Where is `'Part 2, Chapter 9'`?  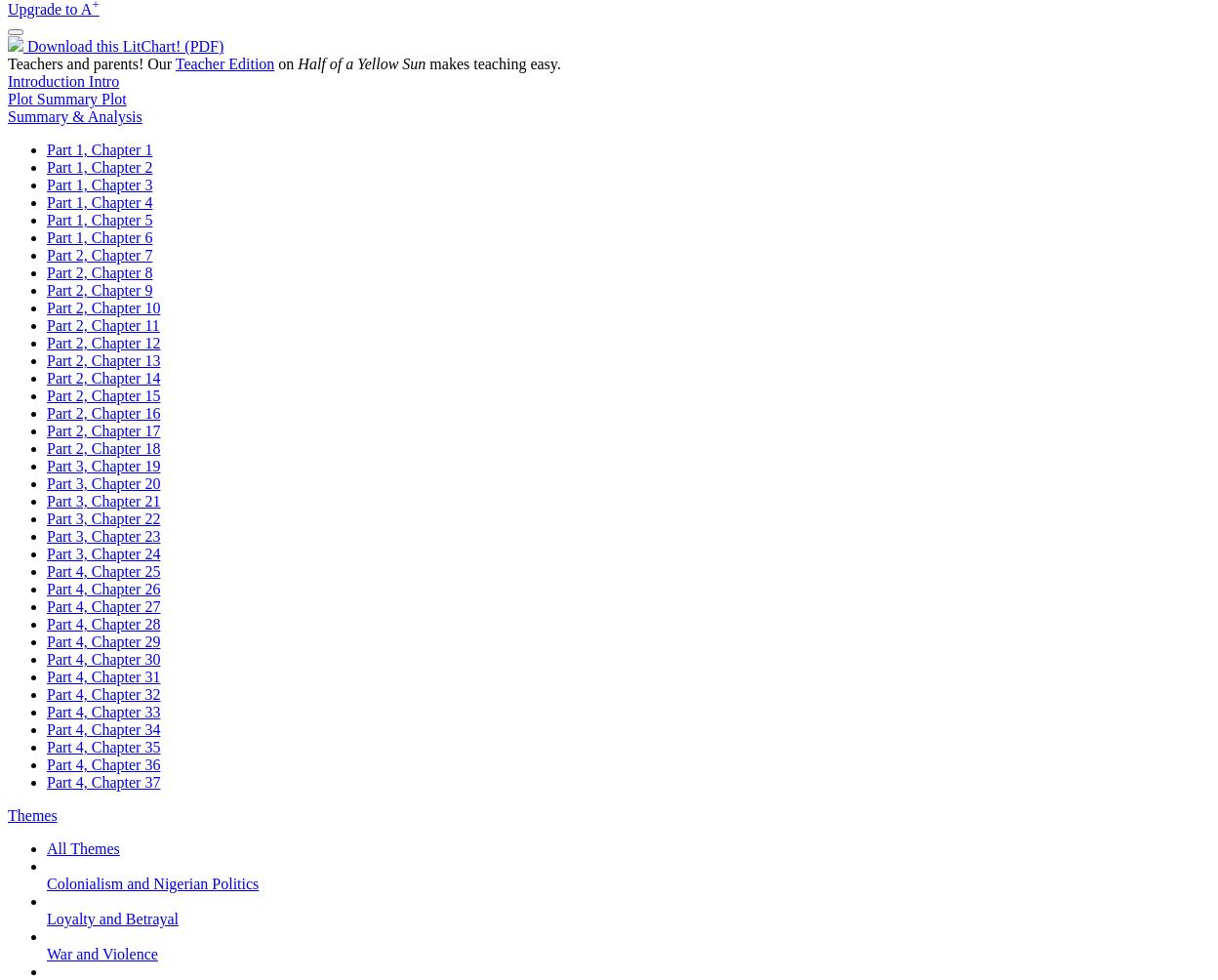 'Part 2, Chapter 9' is located at coordinates (98, 290).